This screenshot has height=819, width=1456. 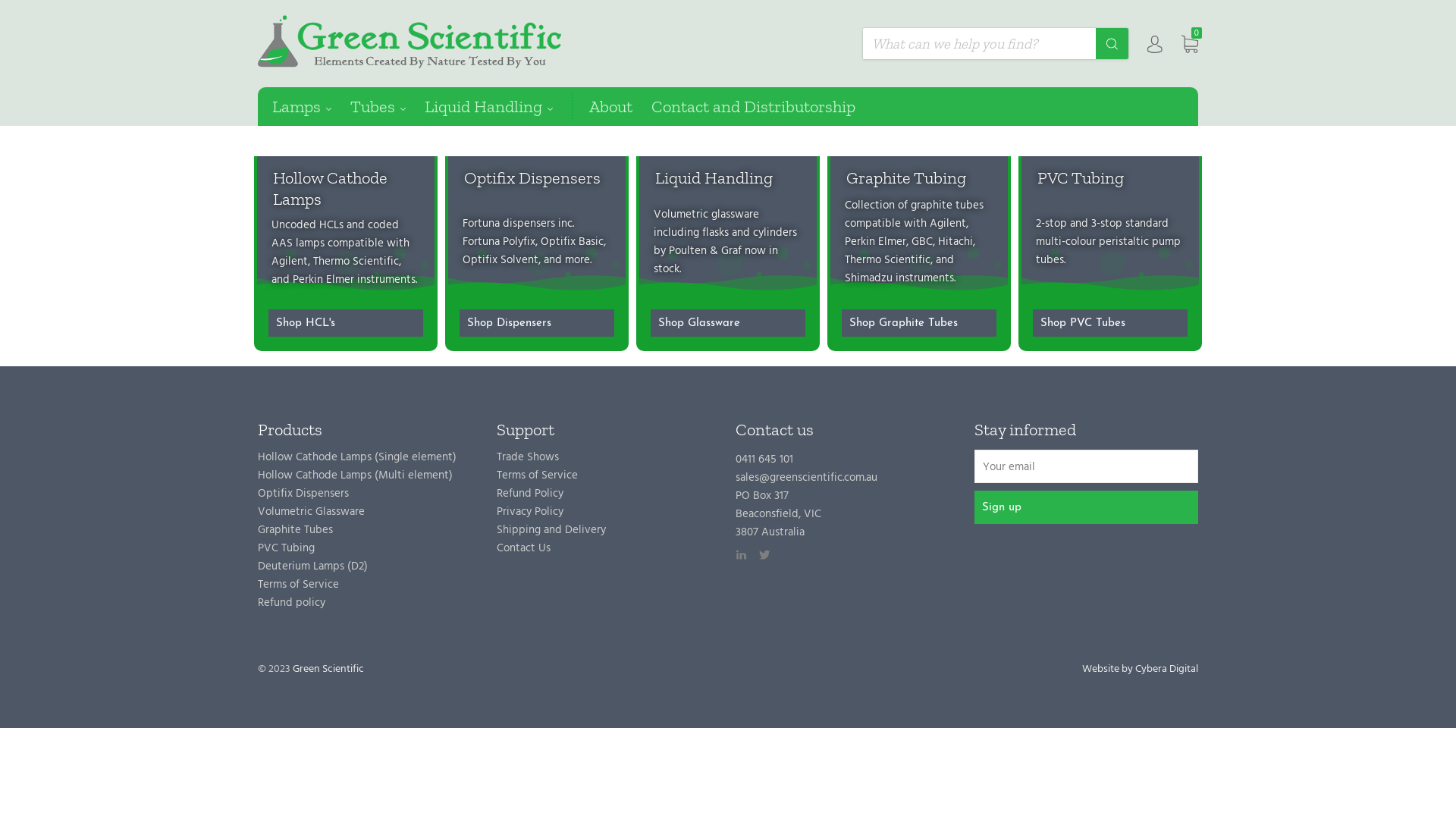 I want to click on '2-stop', so click(x=1035, y=224).